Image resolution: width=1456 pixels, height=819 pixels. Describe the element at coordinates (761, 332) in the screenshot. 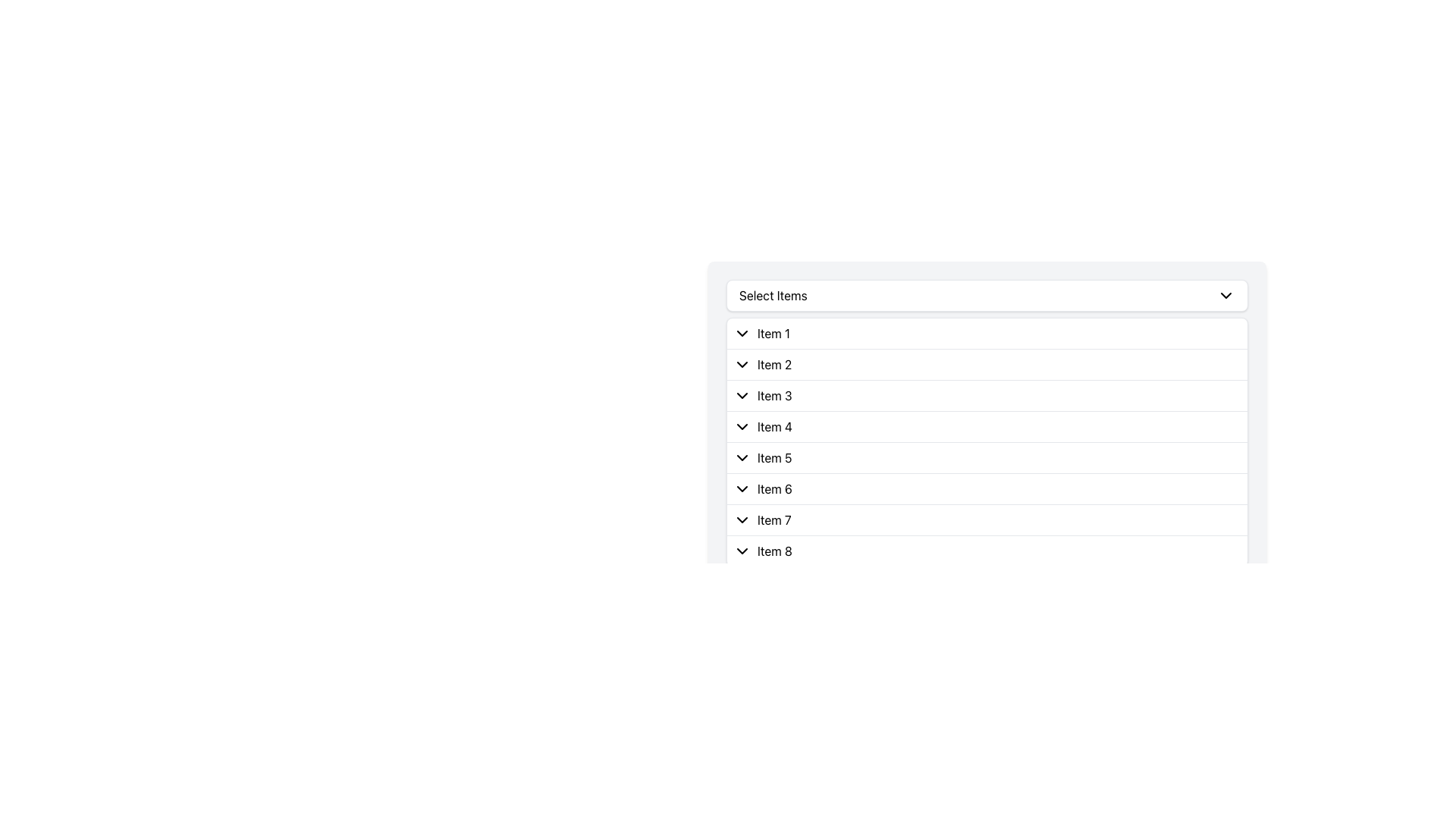

I see `the chevron icon on the first list item` at that location.